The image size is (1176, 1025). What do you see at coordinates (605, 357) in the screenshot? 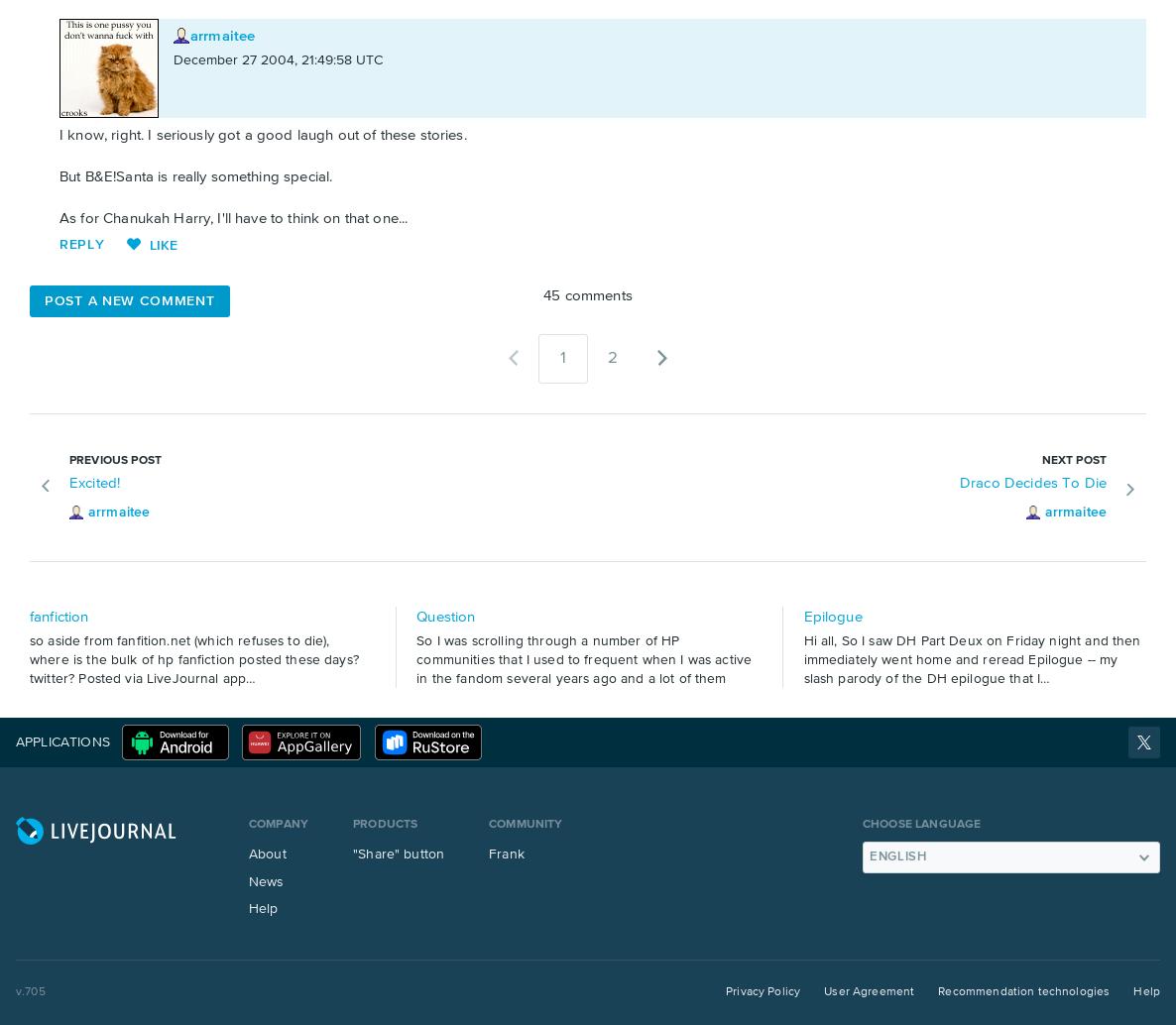
I see `'2'` at bounding box center [605, 357].